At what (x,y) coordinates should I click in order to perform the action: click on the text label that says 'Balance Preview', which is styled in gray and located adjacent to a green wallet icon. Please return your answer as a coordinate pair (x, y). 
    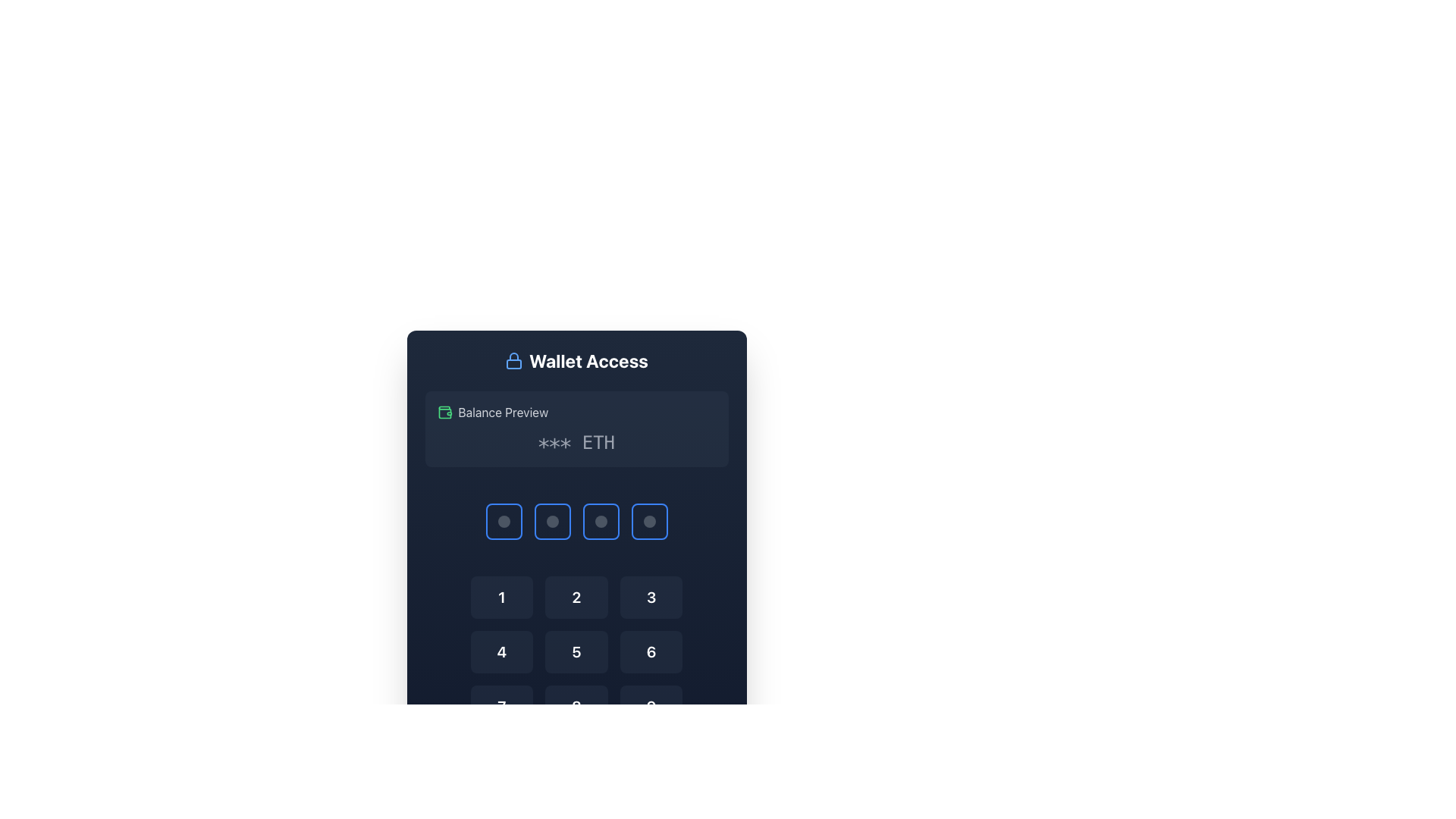
    Looking at the image, I should click on (503, 412).